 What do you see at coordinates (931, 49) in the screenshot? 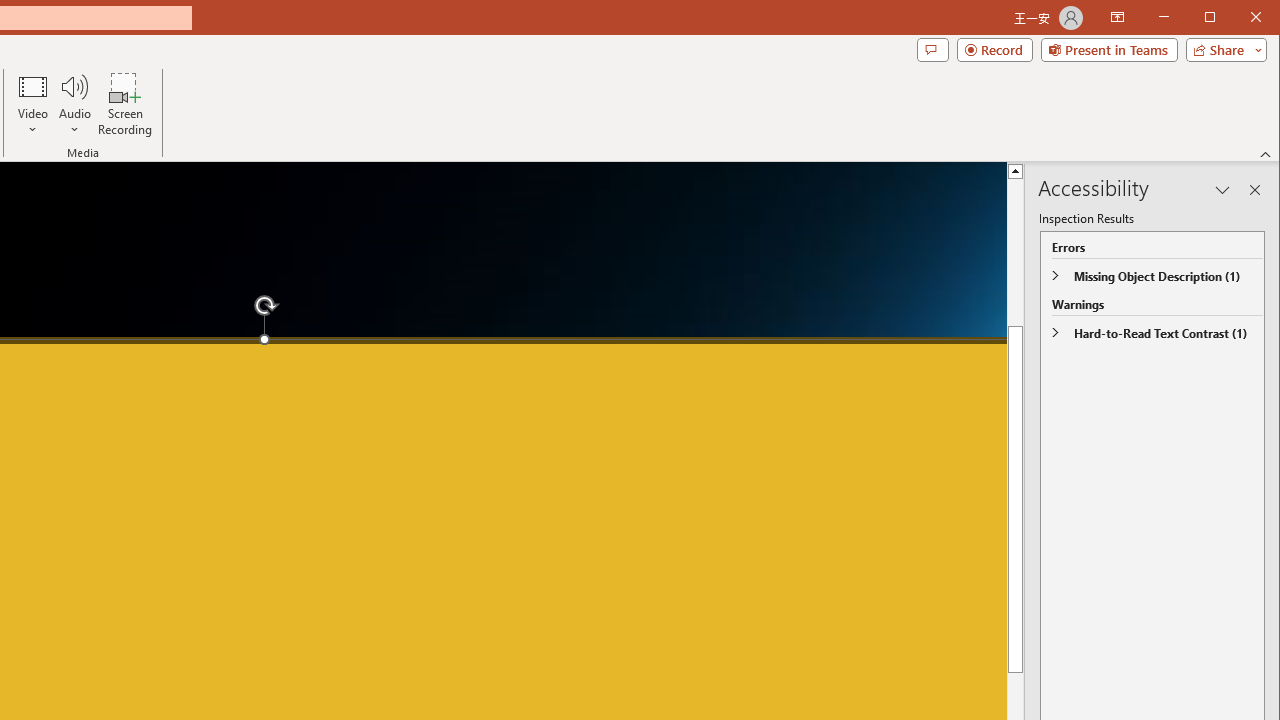
I see `'Comments'` at bounding box center [931, 49].